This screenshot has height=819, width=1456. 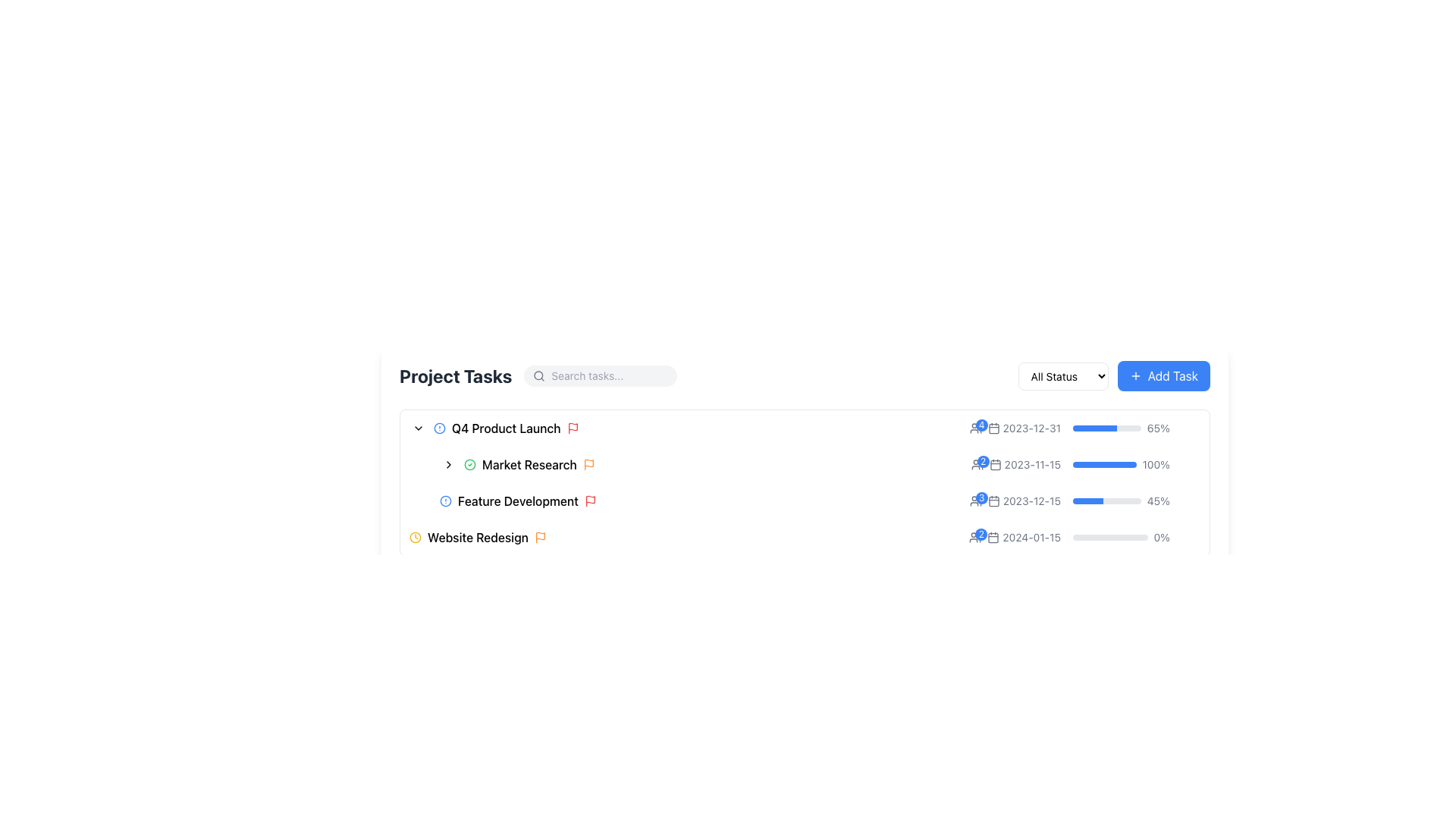 I want to click on the button that toggles the visibility of additional content related to the 'Q4 Product Launch' task, so click(x=419, y=428).